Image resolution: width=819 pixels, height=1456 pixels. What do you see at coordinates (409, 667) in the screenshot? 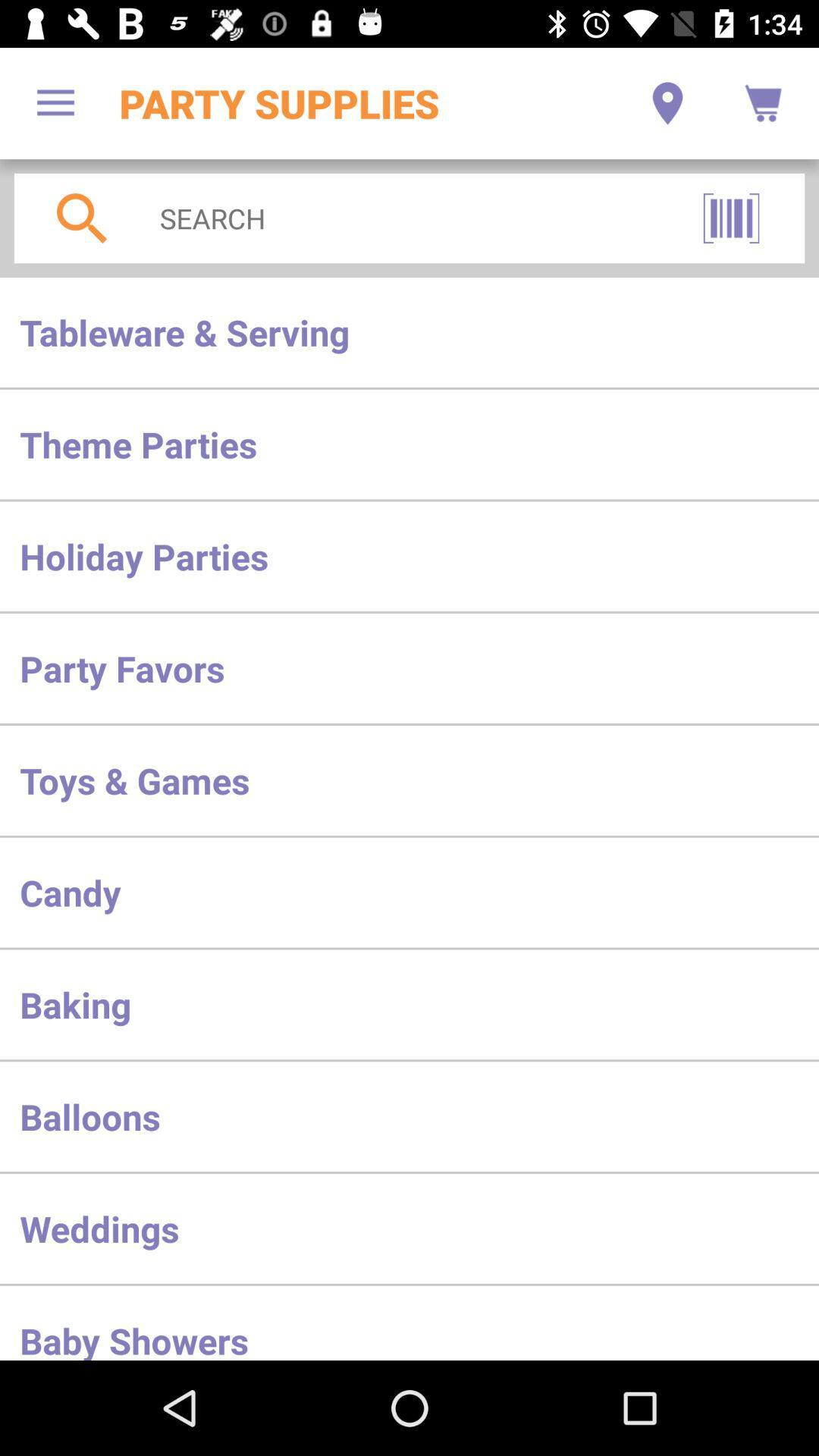
I see `item below the holiday parties item` at bounding box center [409, 667].